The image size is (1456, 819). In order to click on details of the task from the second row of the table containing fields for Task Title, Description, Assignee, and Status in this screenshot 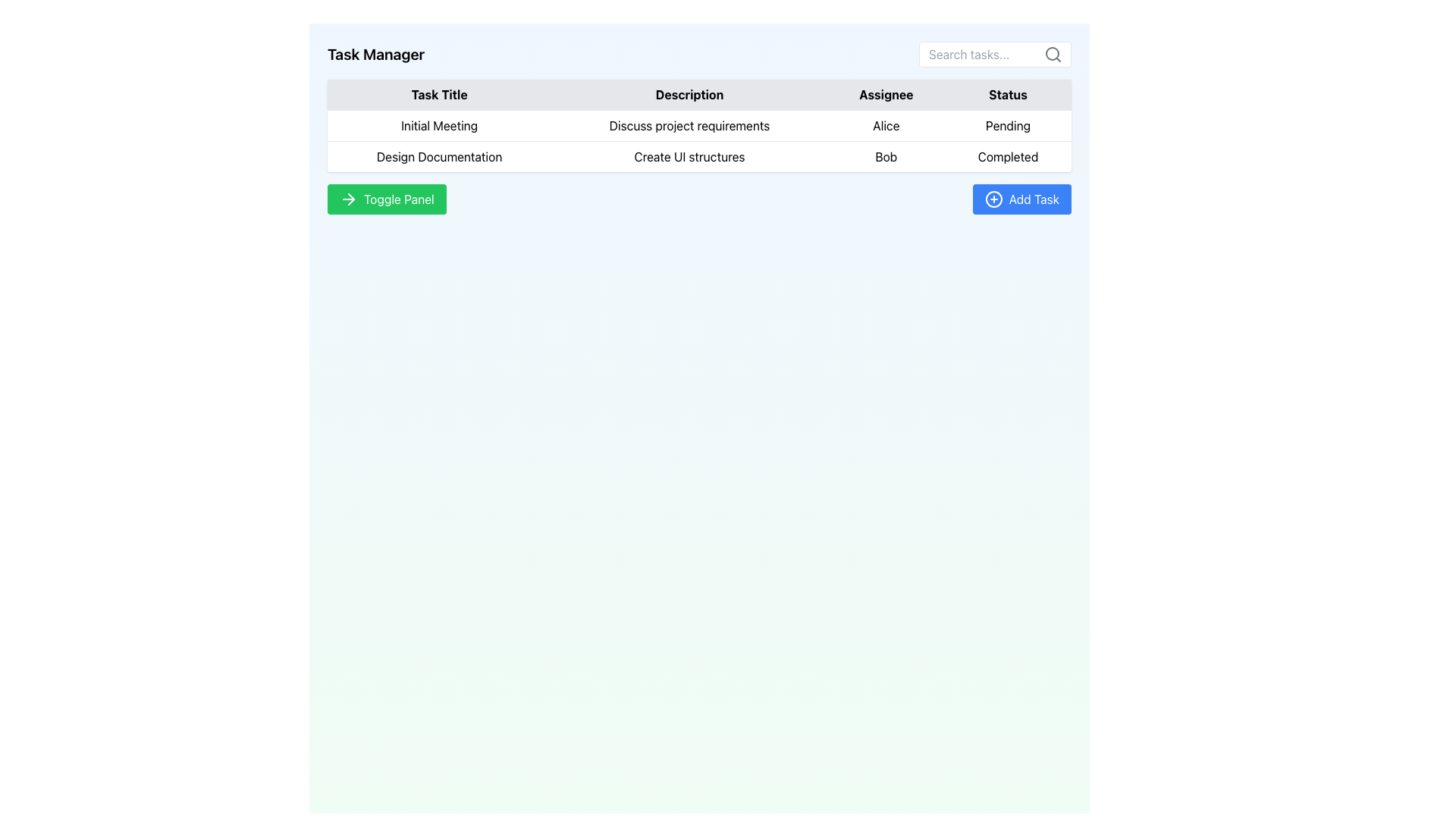, I will do `click(698, 141)`.